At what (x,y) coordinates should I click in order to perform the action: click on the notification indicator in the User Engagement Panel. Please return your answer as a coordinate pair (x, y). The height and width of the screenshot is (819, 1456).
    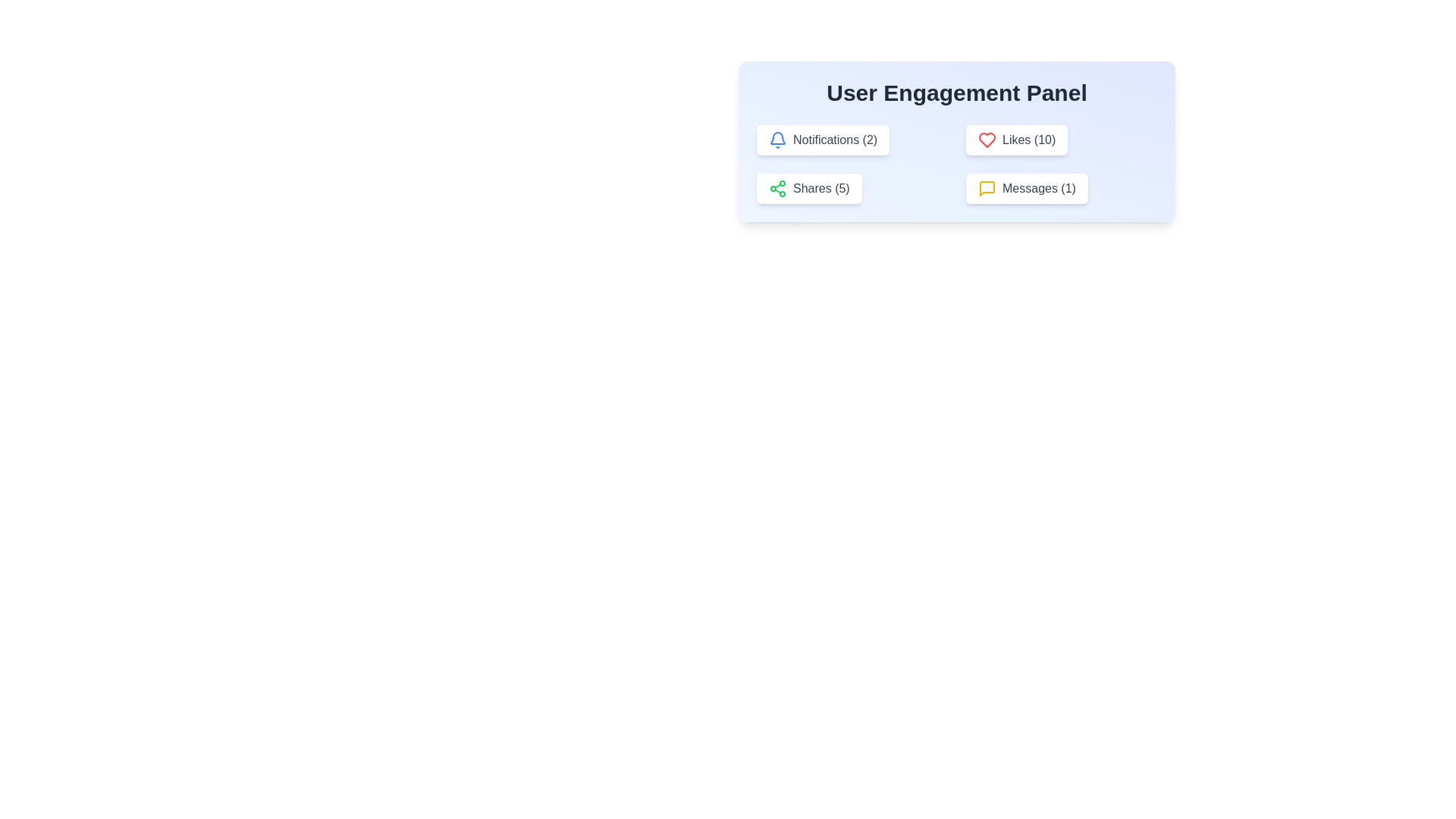
    Looking at the image, I should click on (852, 140).